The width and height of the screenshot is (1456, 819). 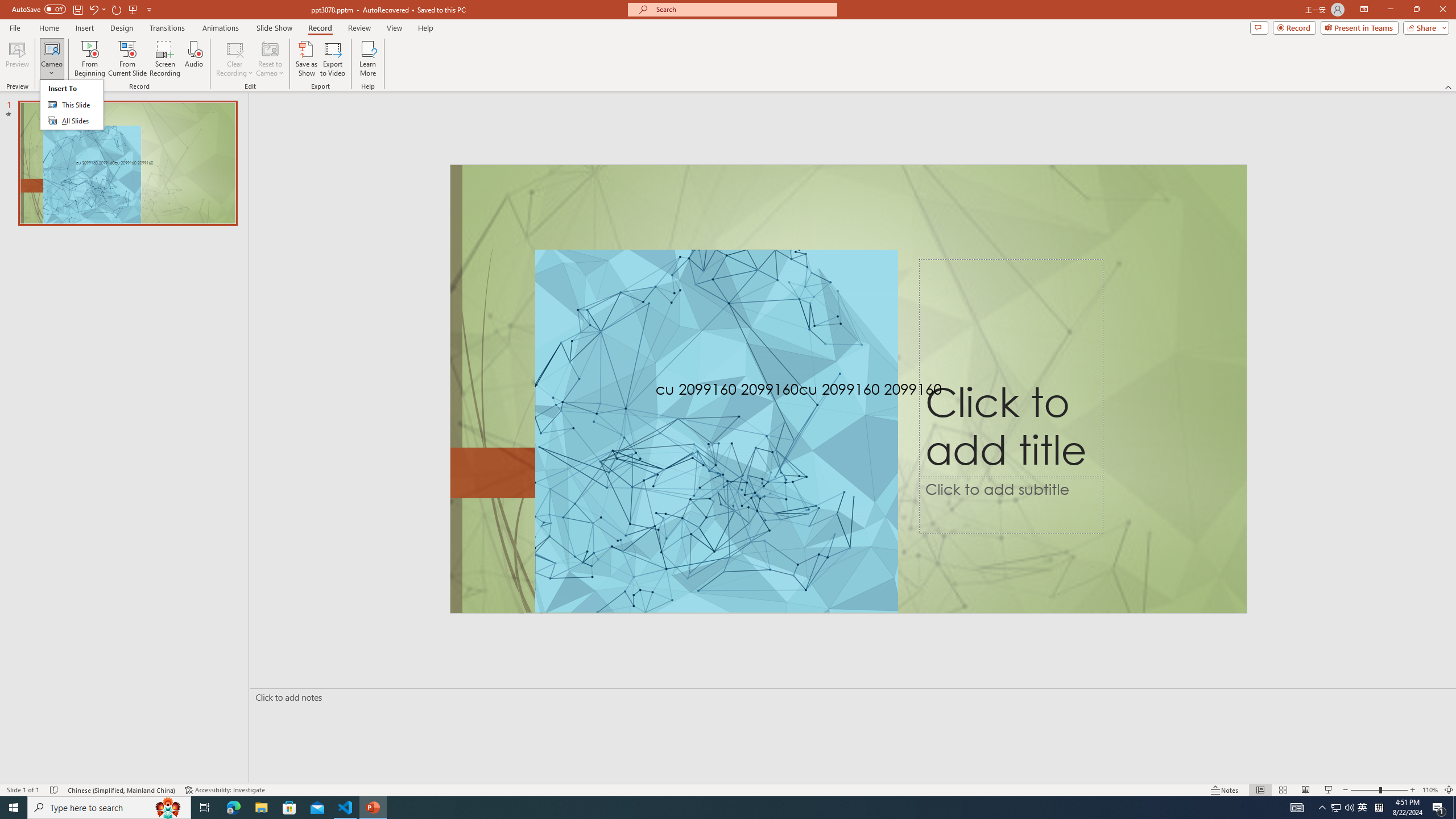 What do you see at coordinates (1322, 806) in the screenshot?
I see `'Notification Chevron'` at bounding box center [1322, 806].